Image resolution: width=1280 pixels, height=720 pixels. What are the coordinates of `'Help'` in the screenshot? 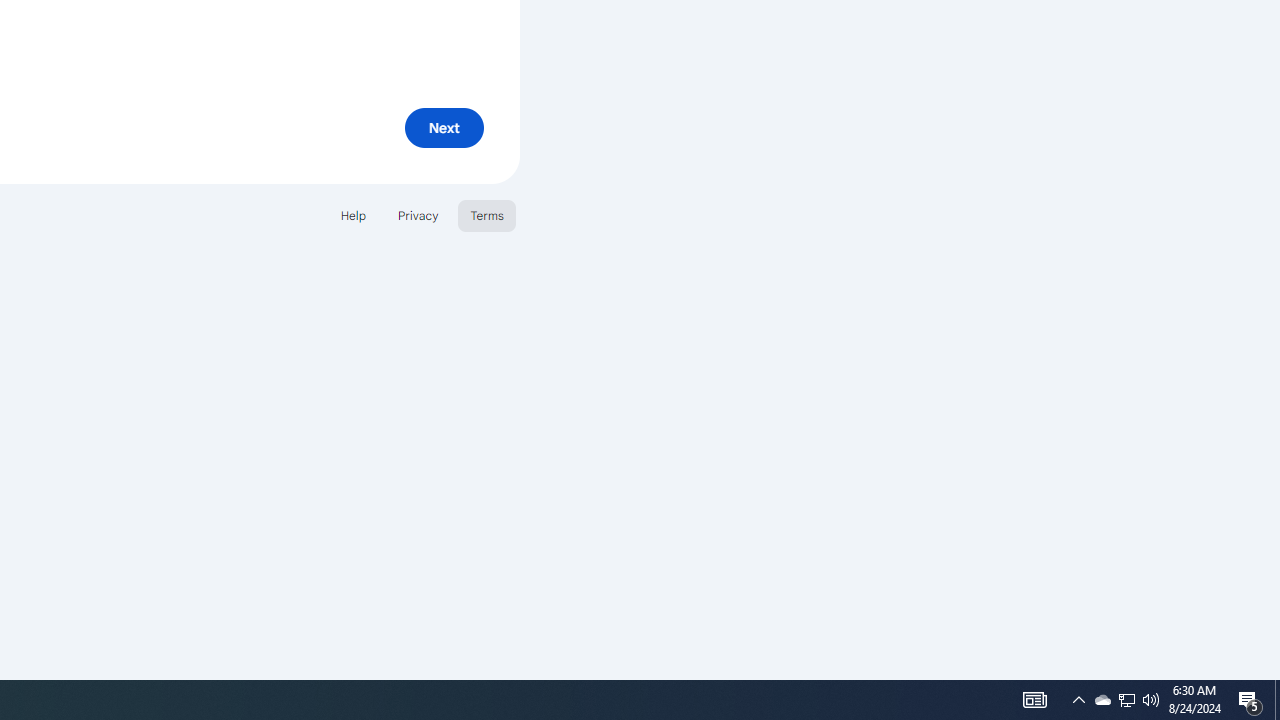 It's located at (352, 215).